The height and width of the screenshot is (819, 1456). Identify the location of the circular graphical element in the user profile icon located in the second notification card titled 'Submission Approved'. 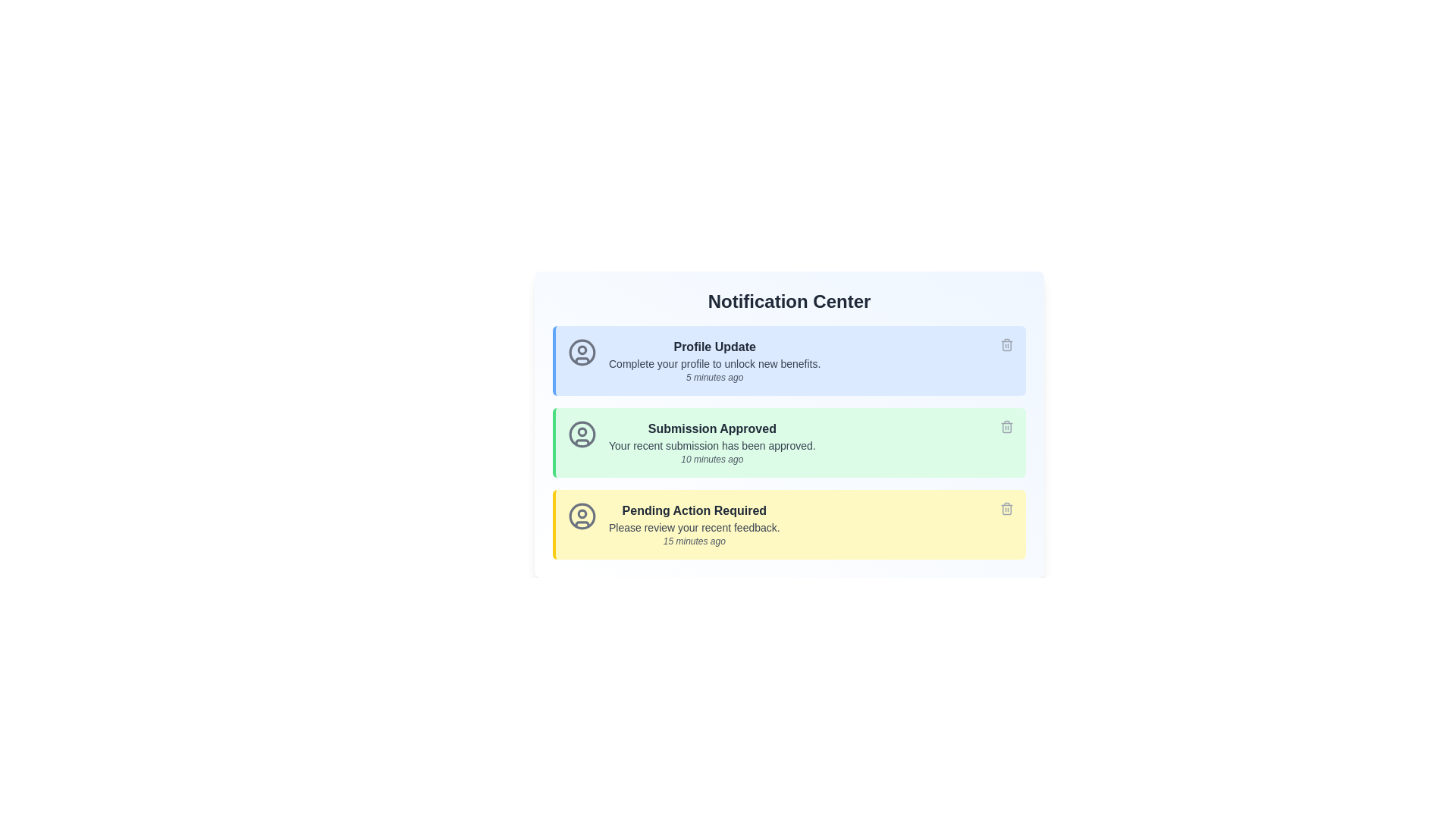
(582, 435).